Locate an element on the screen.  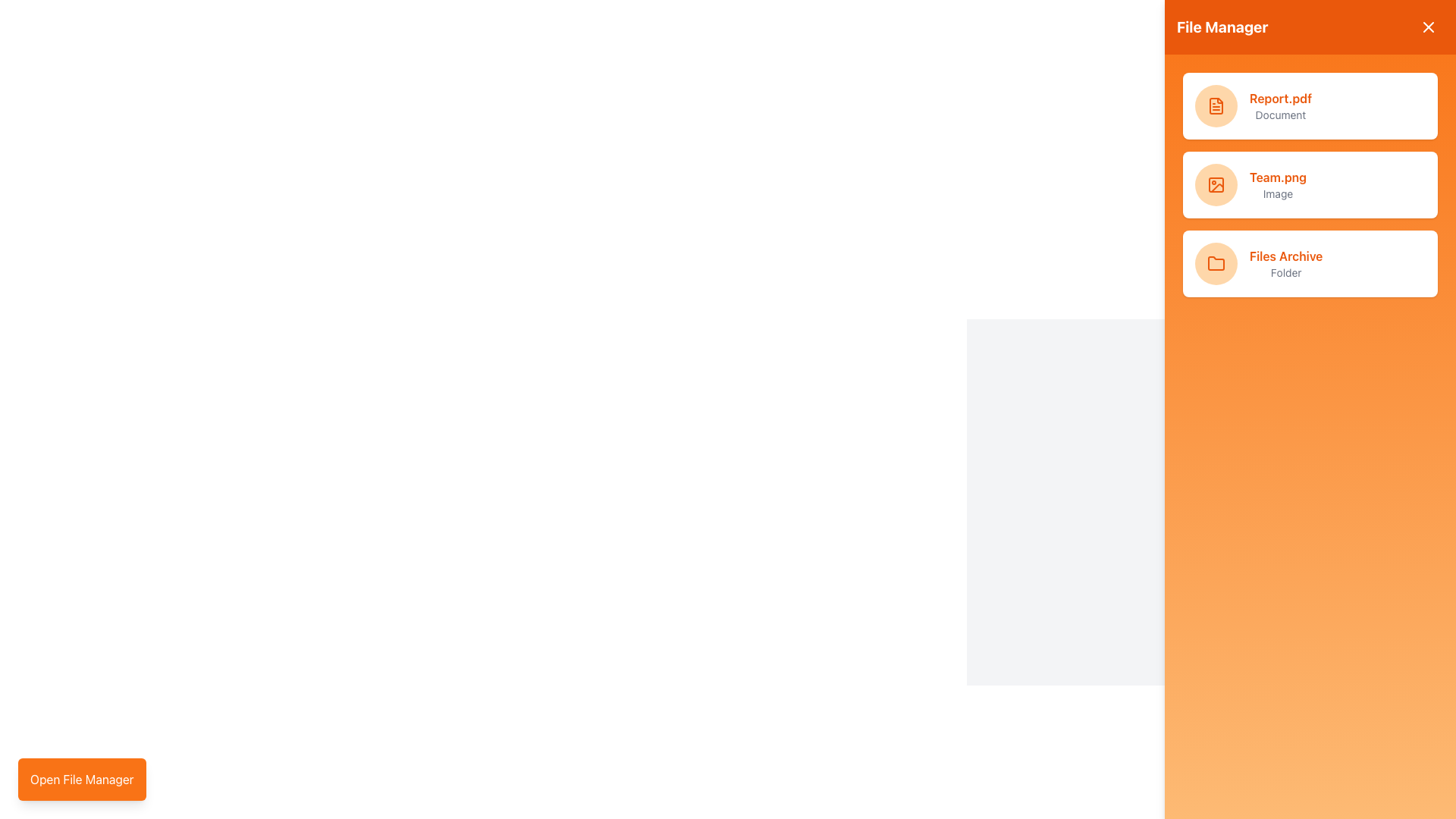
the 'Files Archive' icon located in the top-left corner of the 'Files Archive' card within the 'File Manager' panel is located at coordinates (1216, 262).